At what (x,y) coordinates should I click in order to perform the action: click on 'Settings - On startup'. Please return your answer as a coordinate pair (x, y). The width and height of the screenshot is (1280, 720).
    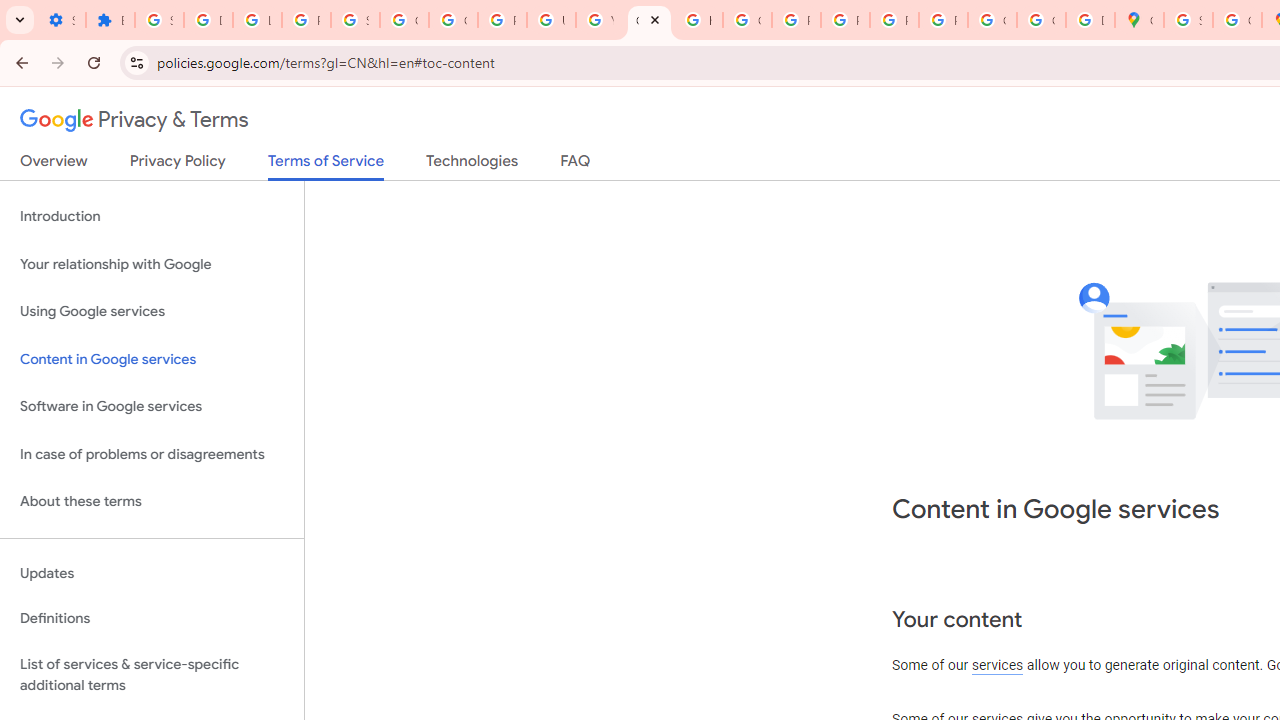
    Looking at the image, I should click on (61, 20).